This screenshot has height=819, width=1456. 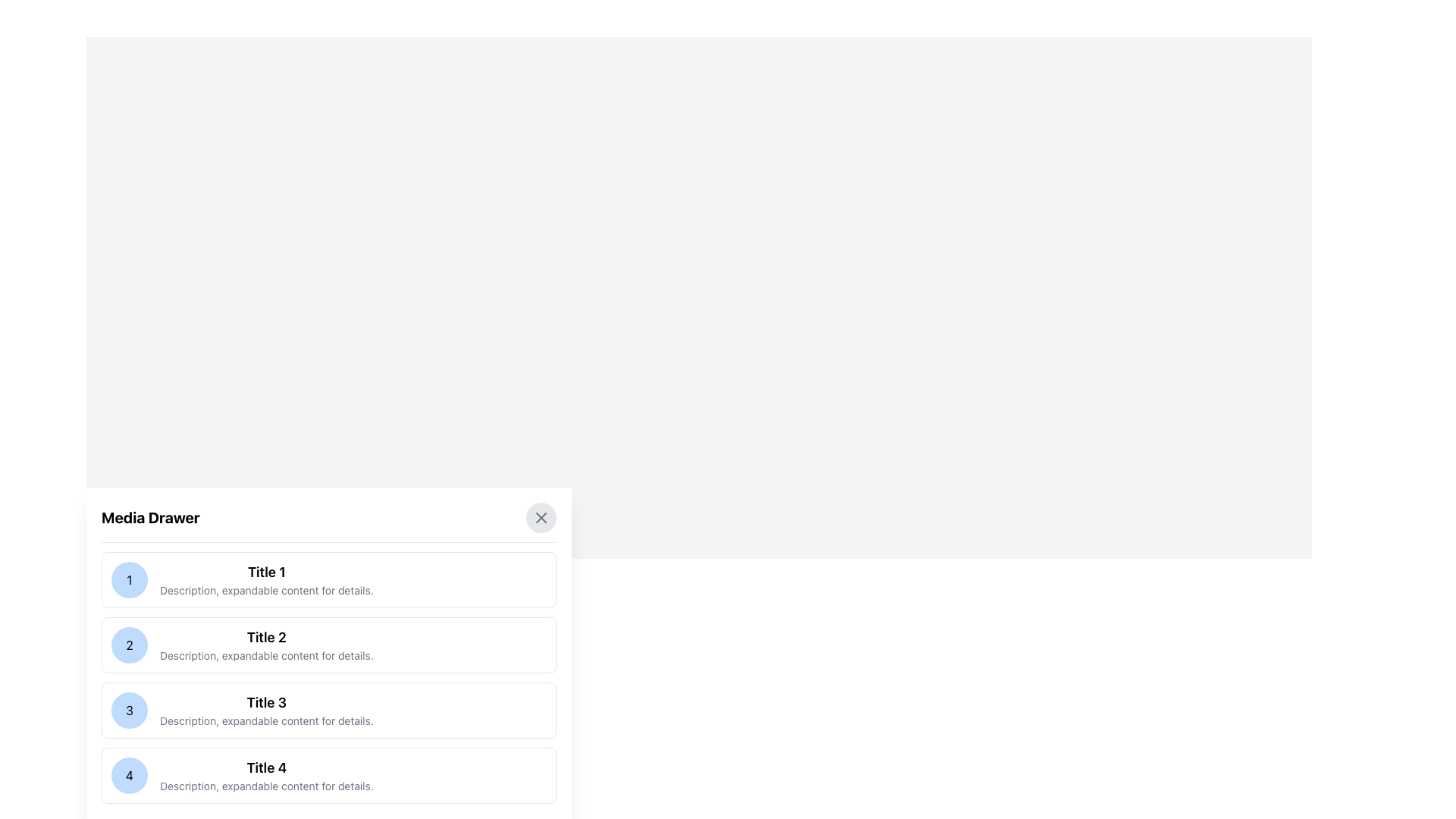 I want to click on the first list item entry in the side panel, so click(x=328, y=579).